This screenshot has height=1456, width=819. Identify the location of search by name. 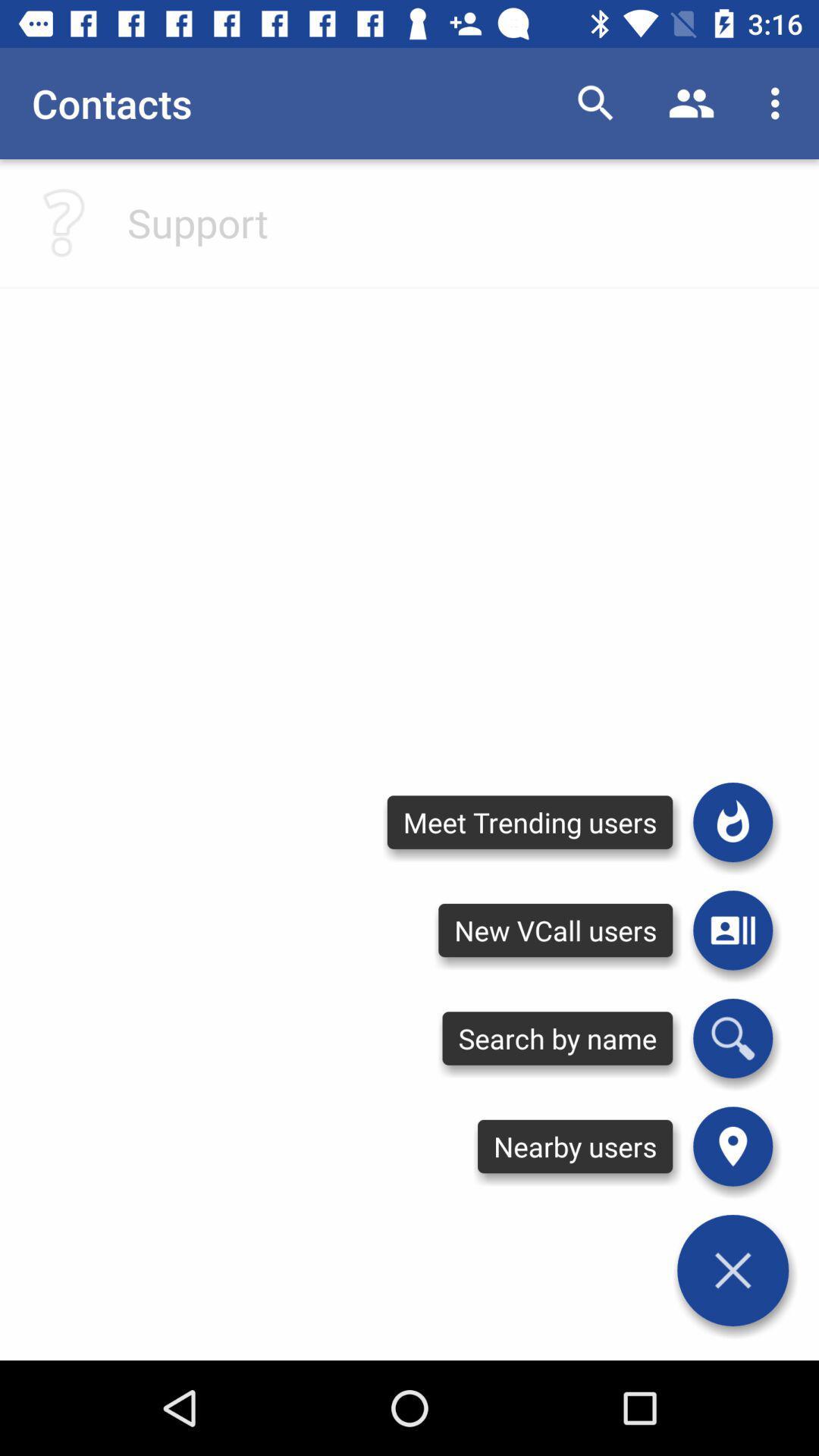
(732, 1037).